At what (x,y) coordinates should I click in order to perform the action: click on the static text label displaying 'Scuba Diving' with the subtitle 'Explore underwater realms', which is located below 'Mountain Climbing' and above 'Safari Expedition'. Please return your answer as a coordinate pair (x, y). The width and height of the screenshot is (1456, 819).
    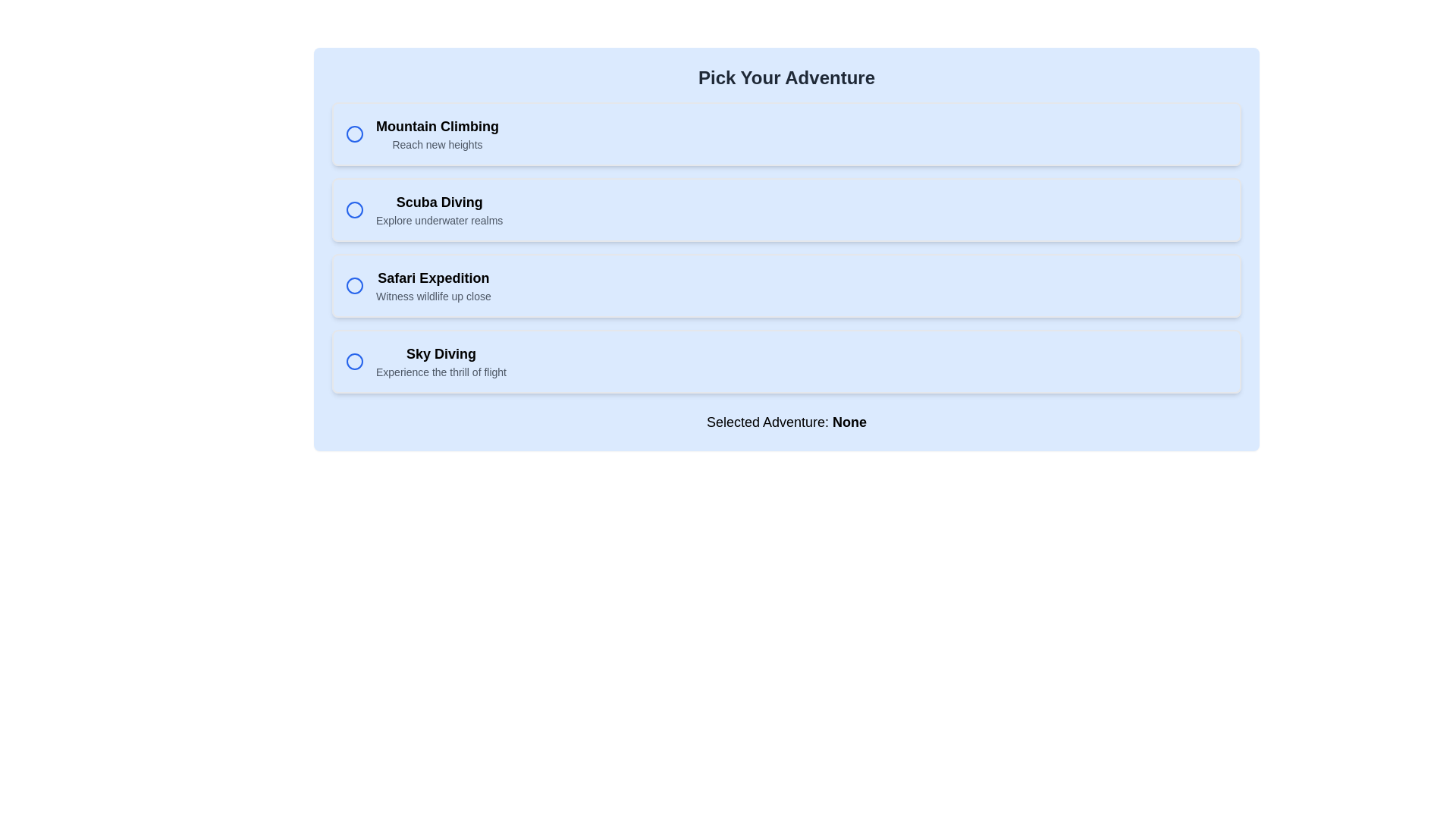
    Looking at the image, I should click on (438, 210).